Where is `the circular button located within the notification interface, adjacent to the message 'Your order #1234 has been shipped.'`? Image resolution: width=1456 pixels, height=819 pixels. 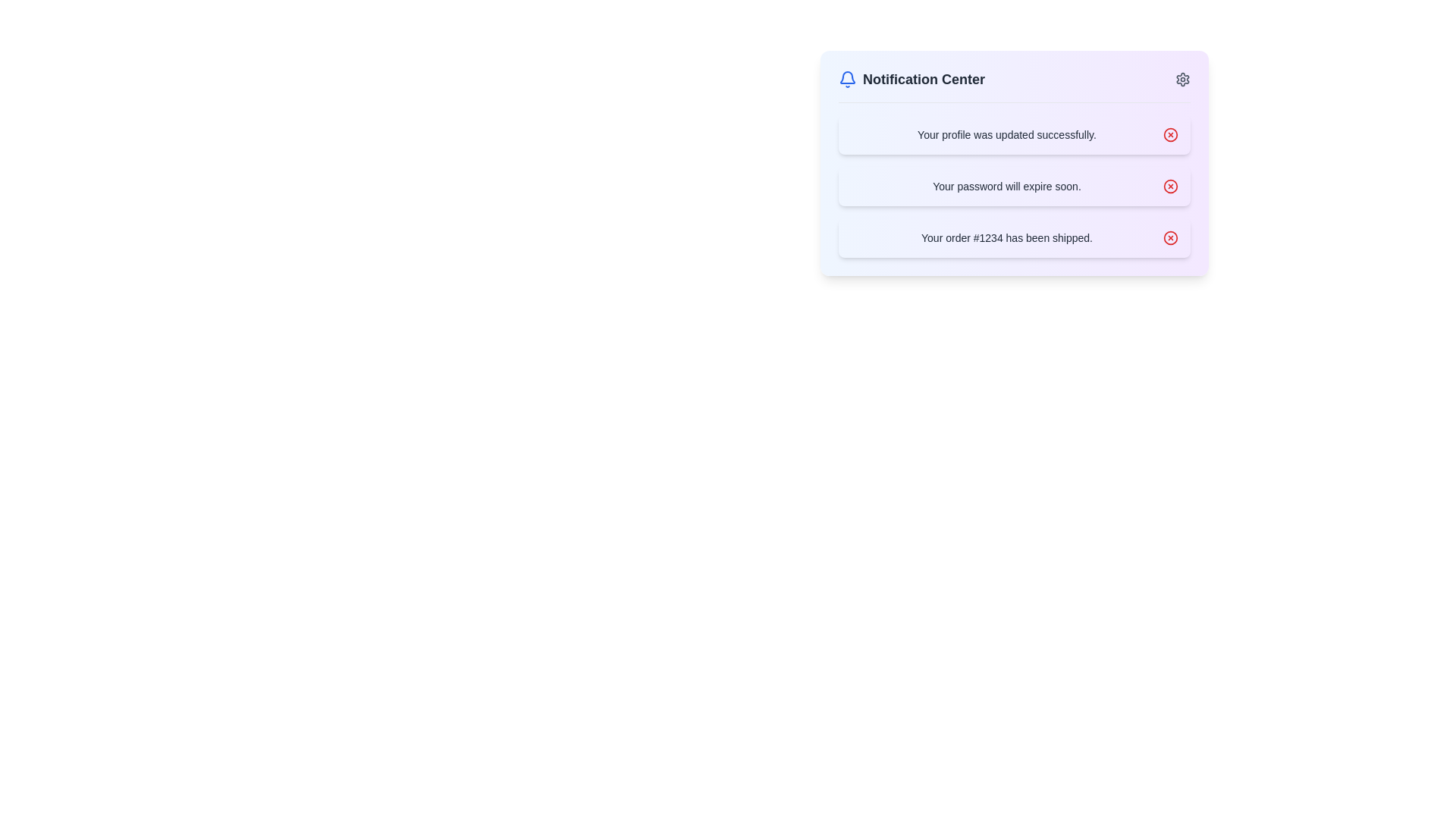
the circular button located within the notification interface, adjacent to the message 'Your order #1234 has been shipped.' is located at coordinates (1170, 237).